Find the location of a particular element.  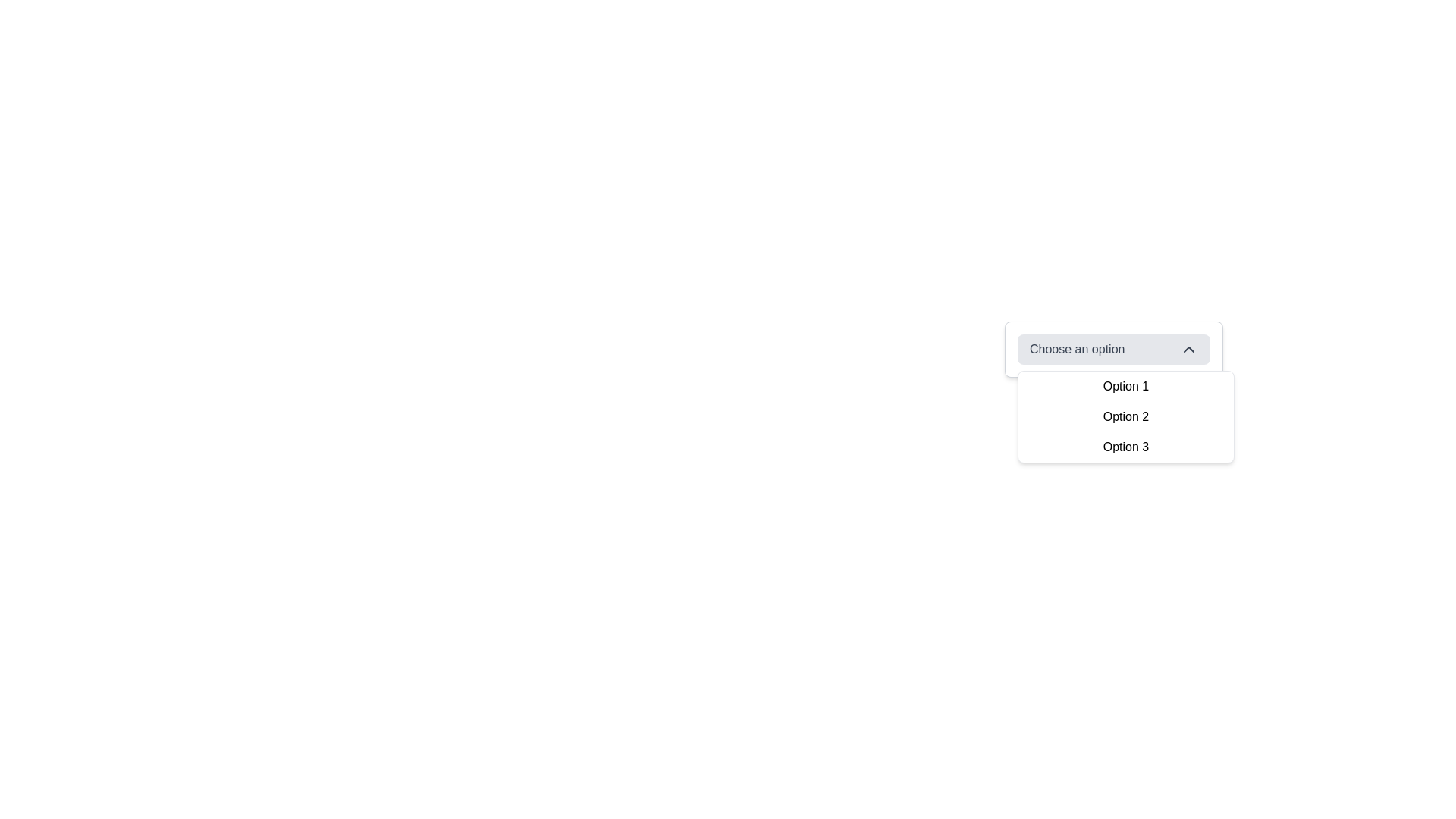

the dropdown menu located below the 'Choose an option' label is located at coordinates (1125, 417).